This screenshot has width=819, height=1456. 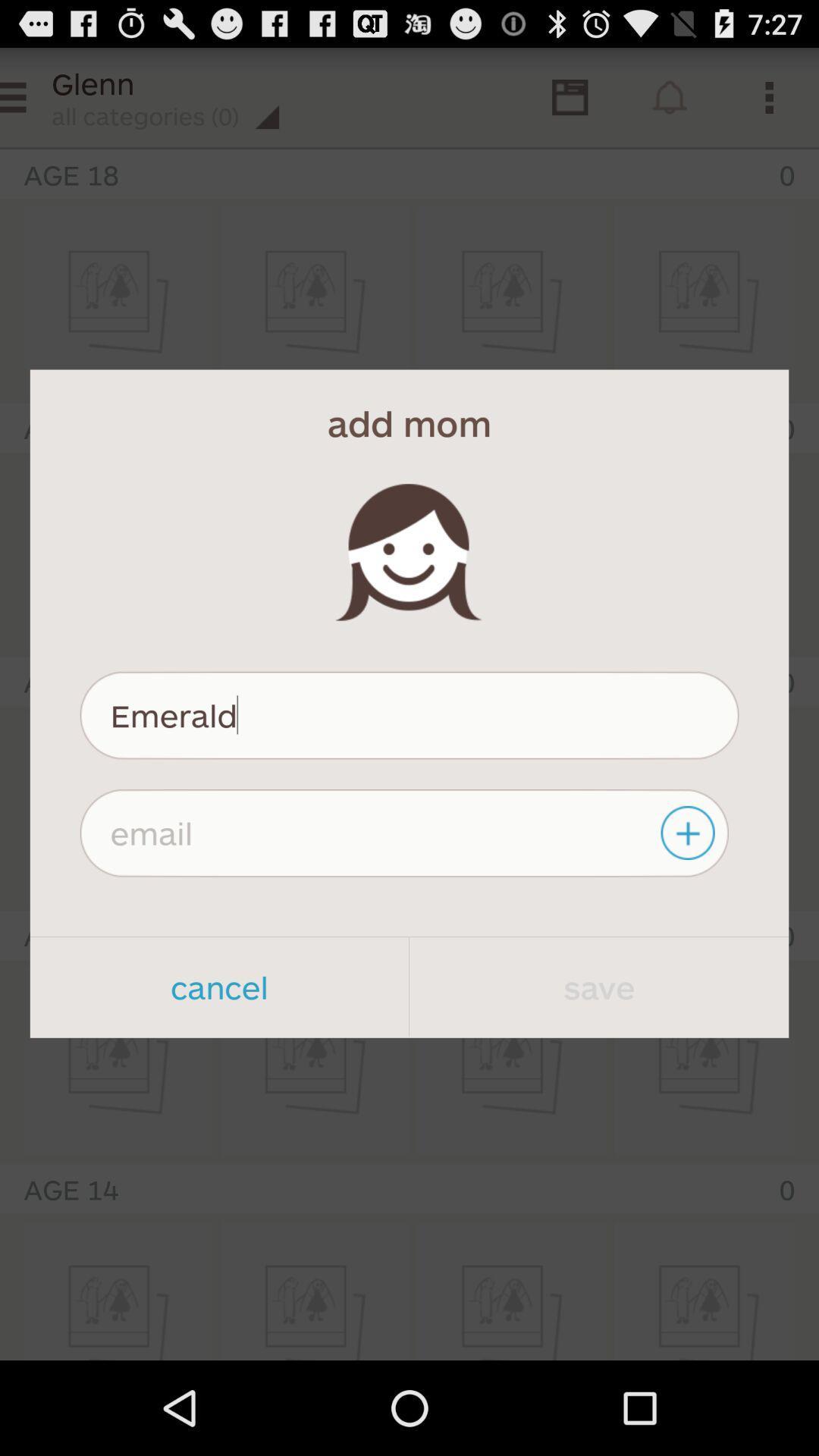 What do you see at coordinates (409, 714) in the screenshot?
I see `emerald icon` at bounding box center [409, 714].